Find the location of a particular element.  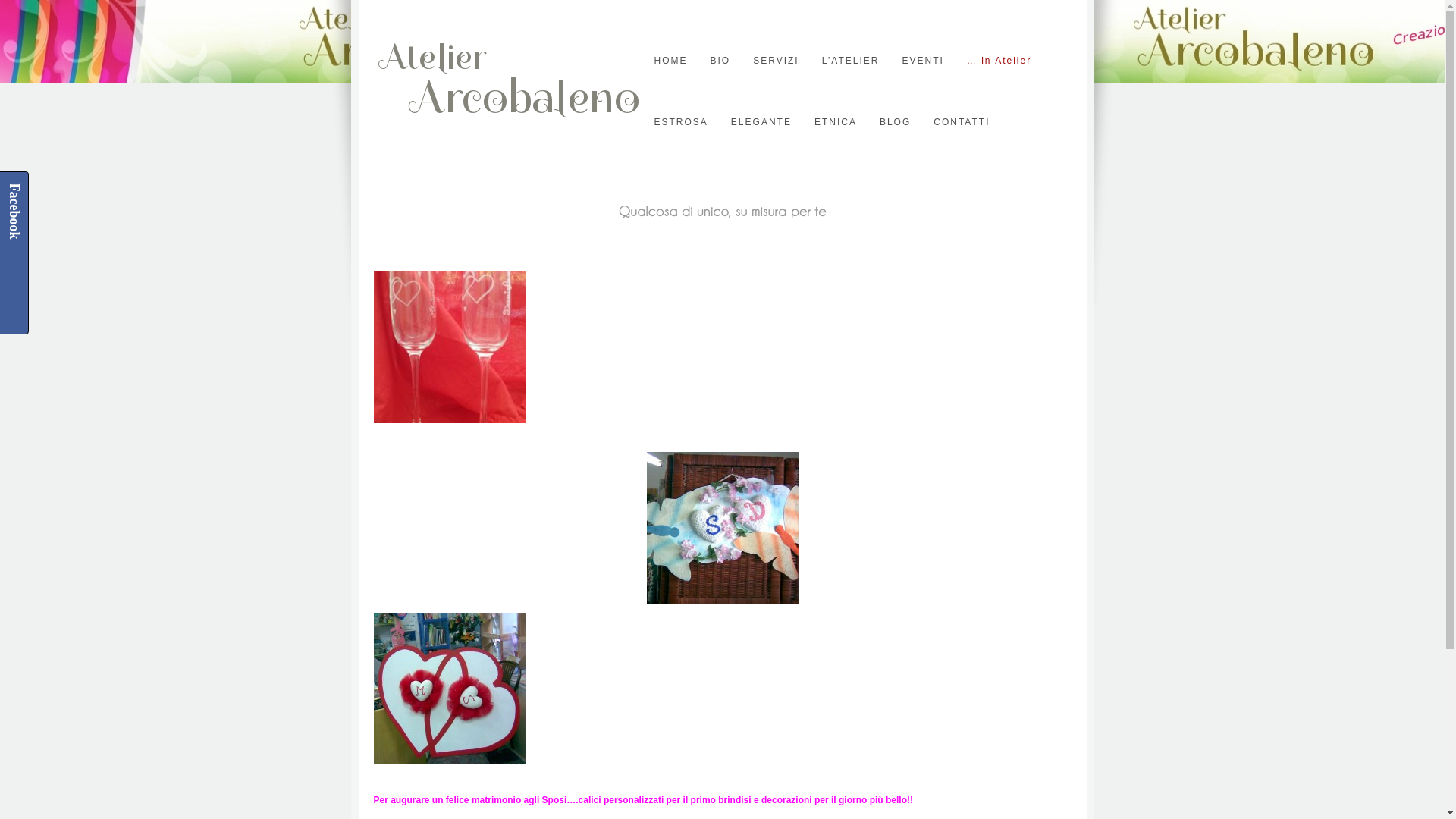

'CONTATTI' is located at coordinates (960, 121).